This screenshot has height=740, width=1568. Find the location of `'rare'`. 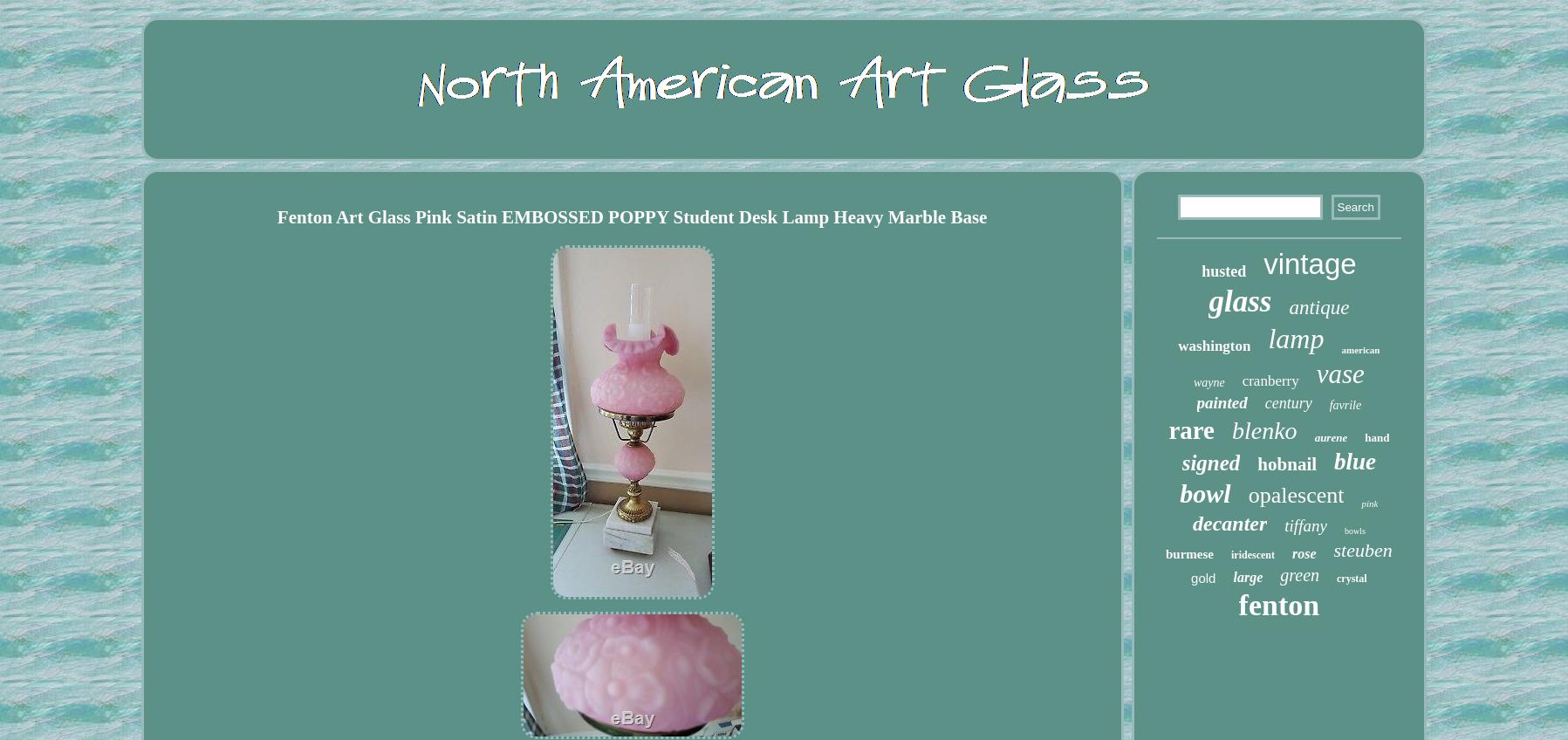

'rare' is located at coordinates (1191, 430).